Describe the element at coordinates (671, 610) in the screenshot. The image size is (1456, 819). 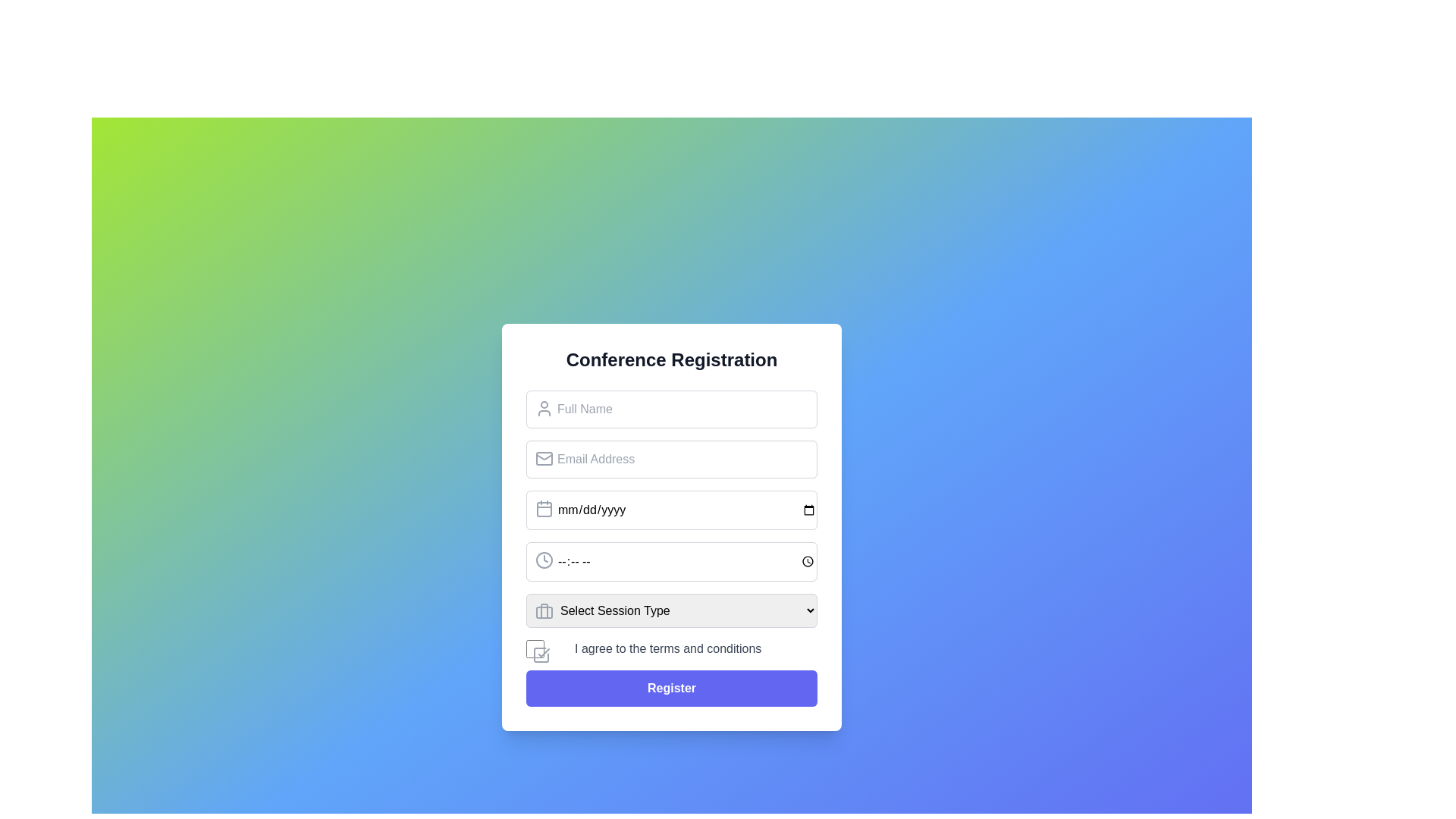
I see `an option from the expanded dropdown menu located in the 'Conference Registration' form, positioned below the time selection field and above the 'I agree to the terms and conditions' checkbox` at that location.